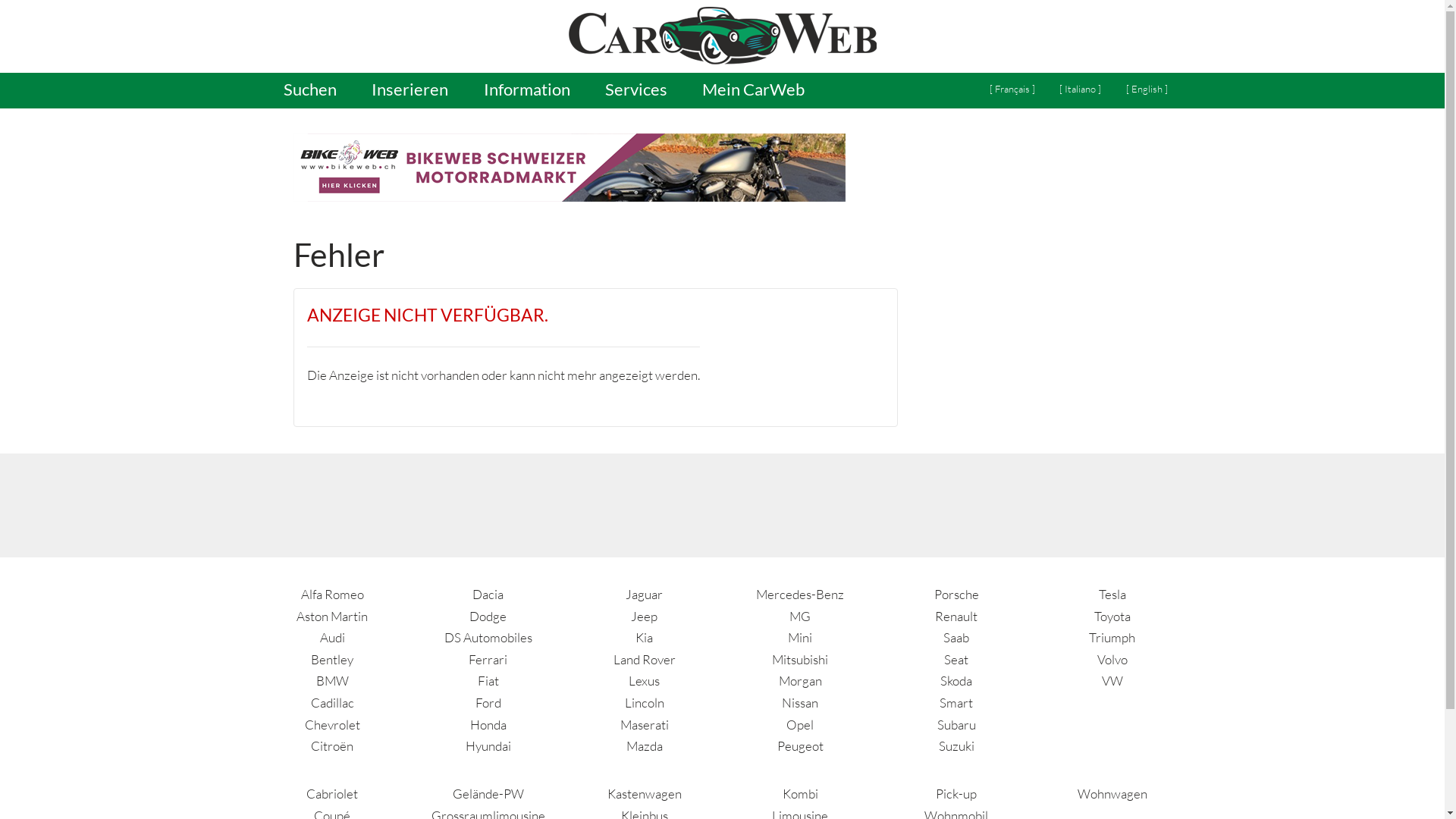 This screenshot has height=819, width=1456. I want to click on 'Alfa Romeo', so click(331, 593).